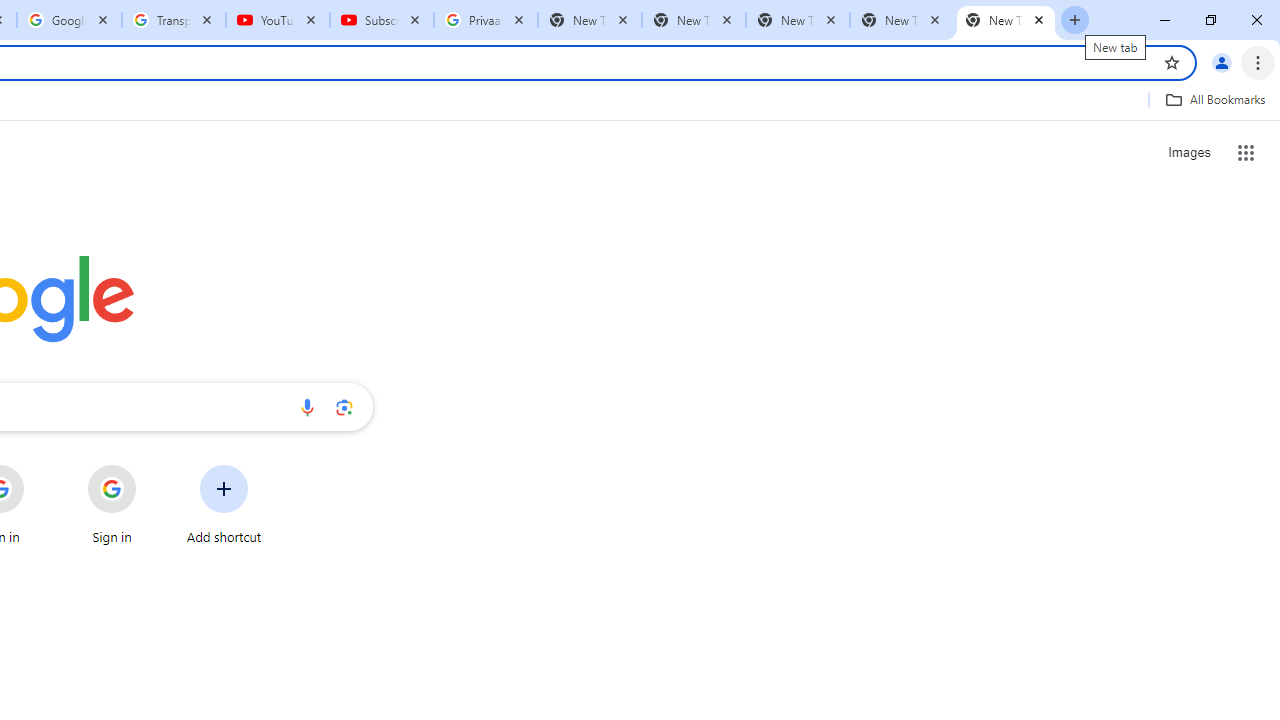 The width and height of the screenshot is (1280, 720). What do you see at coordinates (69, 20) in the screenshot?
I see `'Google Account'` at bounding box center [69, 20].